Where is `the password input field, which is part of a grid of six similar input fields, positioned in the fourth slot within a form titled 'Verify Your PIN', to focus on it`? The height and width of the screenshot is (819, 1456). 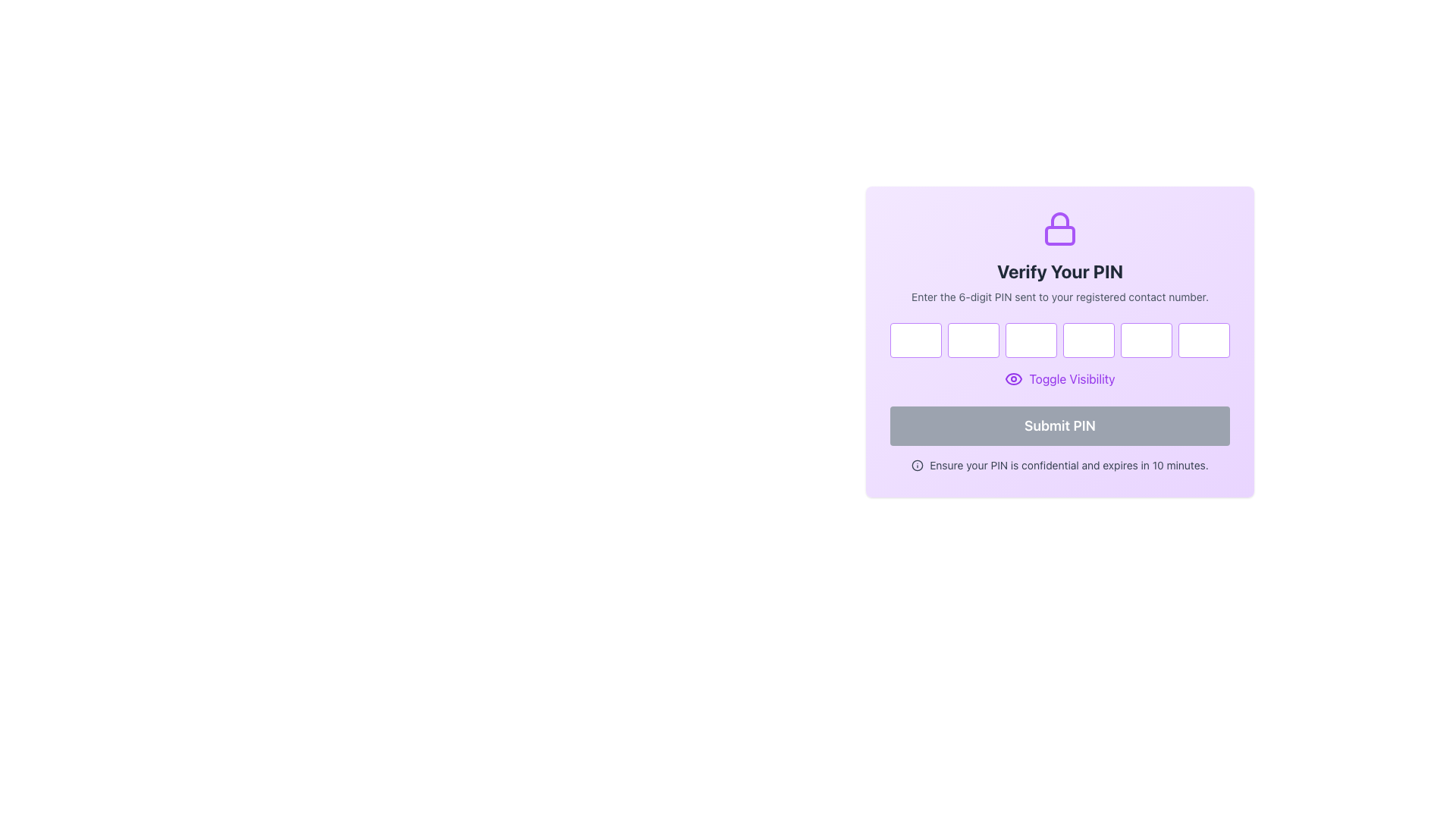 the password input field, which is part of a grid of six similar input fields, positioned in the fourth slot within a form titled 'Verify Your PIN', to focus on it is located at coordinates (1059, 342).